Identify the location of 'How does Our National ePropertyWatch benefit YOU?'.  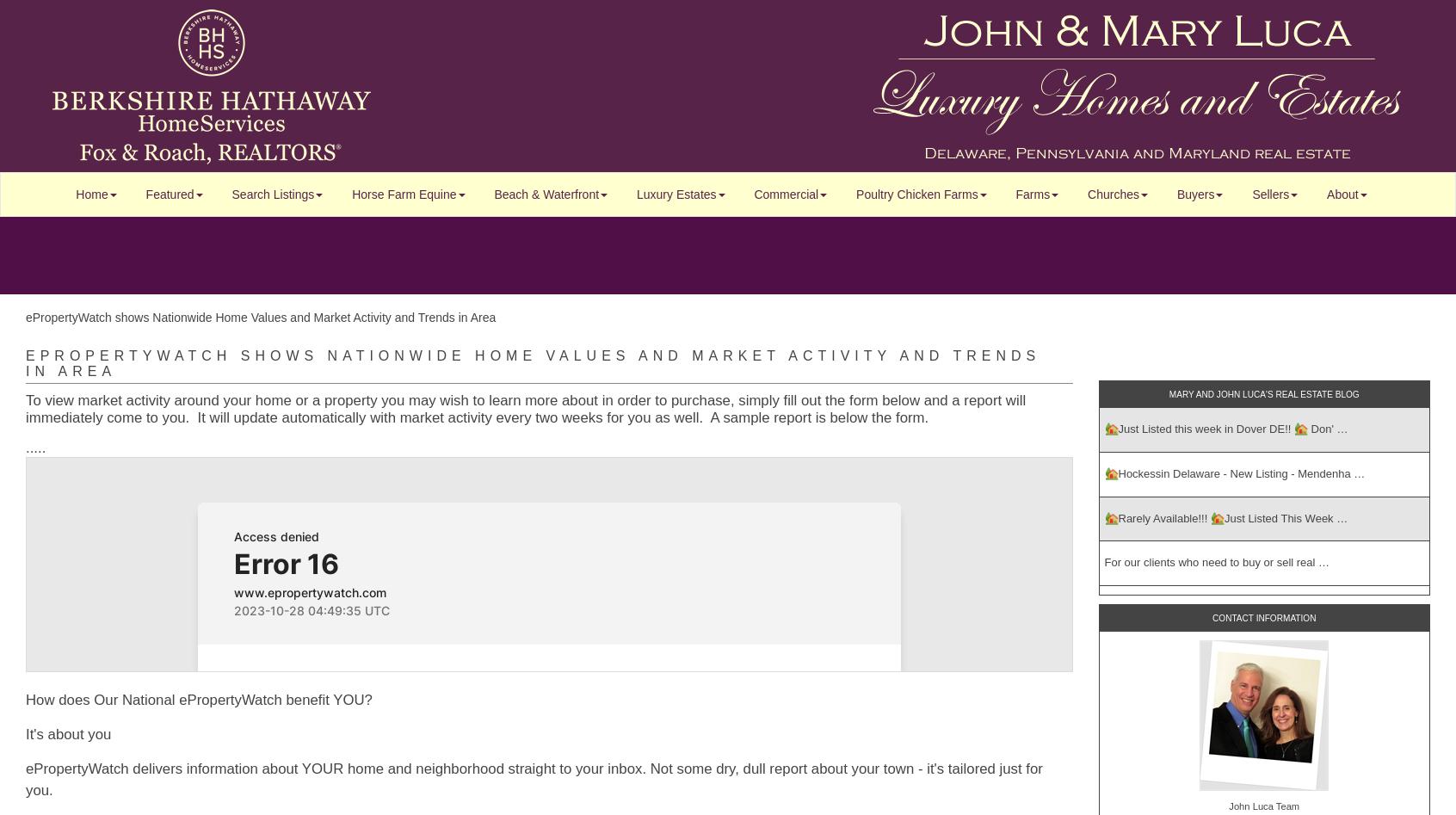
(198, 699).